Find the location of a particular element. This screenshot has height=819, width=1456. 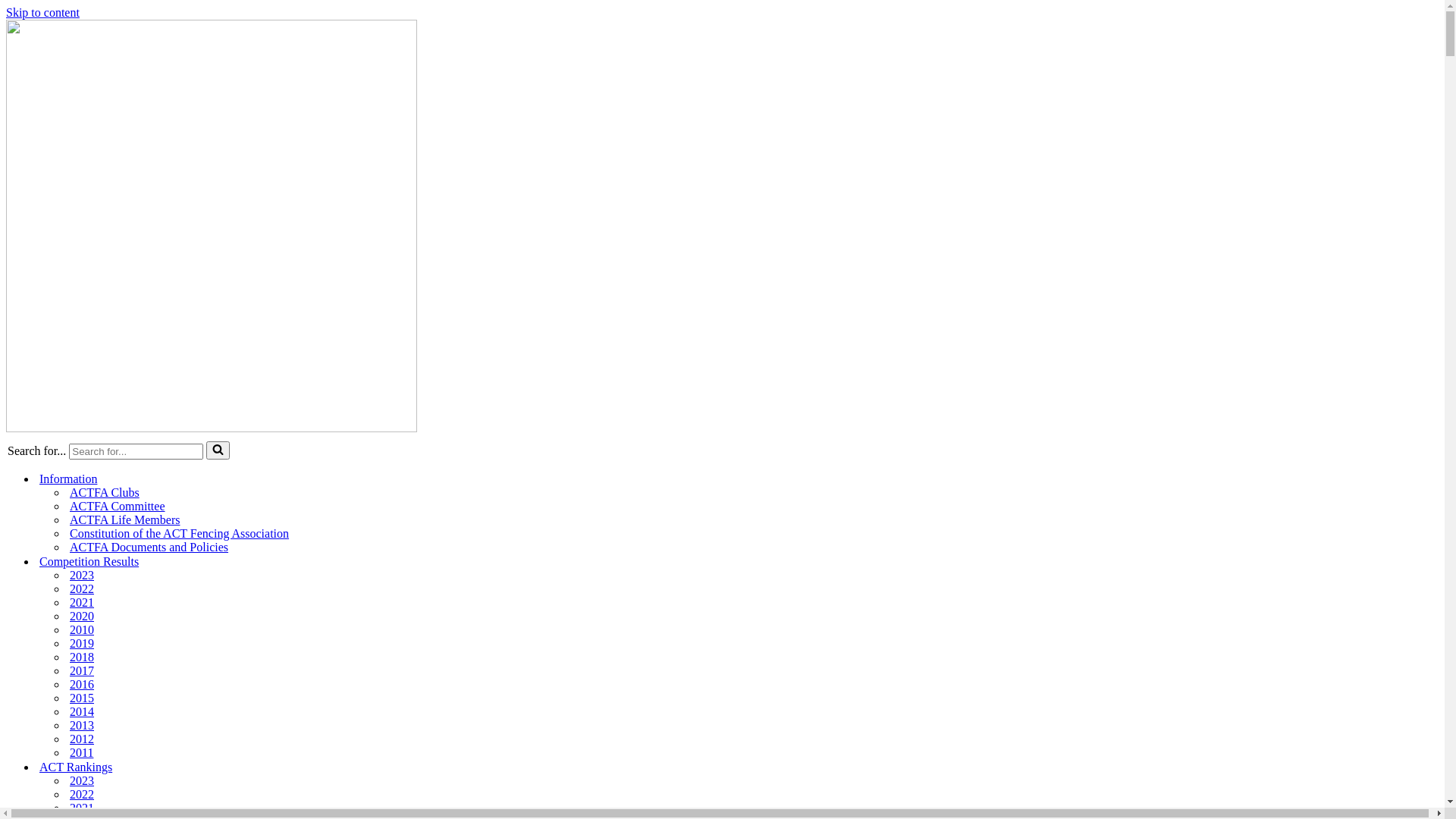

'ACTFA Committee' is located at coordinates (116, 506).